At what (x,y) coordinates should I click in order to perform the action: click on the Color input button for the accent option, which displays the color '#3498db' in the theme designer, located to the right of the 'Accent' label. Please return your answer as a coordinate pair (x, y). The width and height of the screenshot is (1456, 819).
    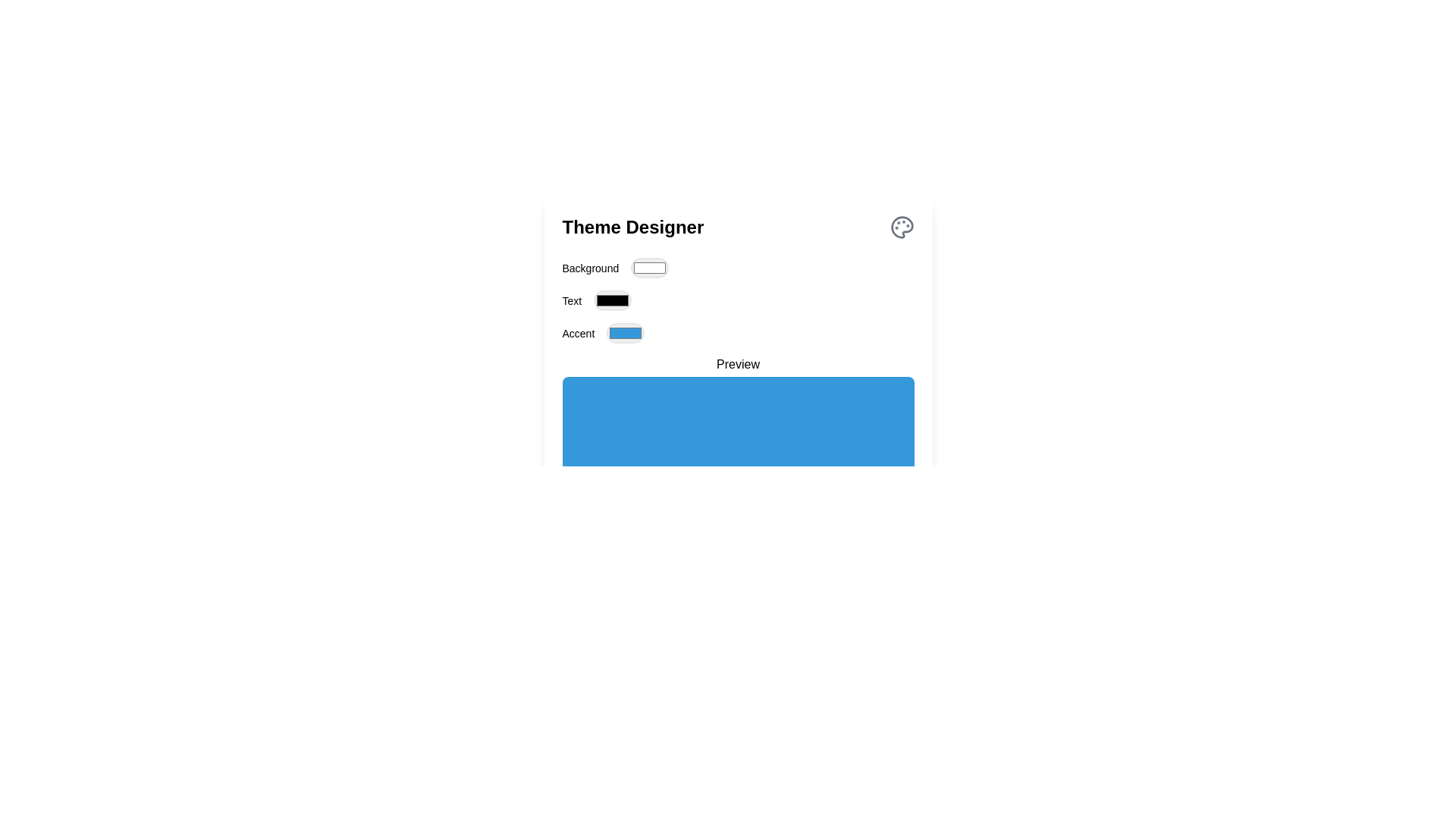
    Looking at the image, I should click on (626, 332).